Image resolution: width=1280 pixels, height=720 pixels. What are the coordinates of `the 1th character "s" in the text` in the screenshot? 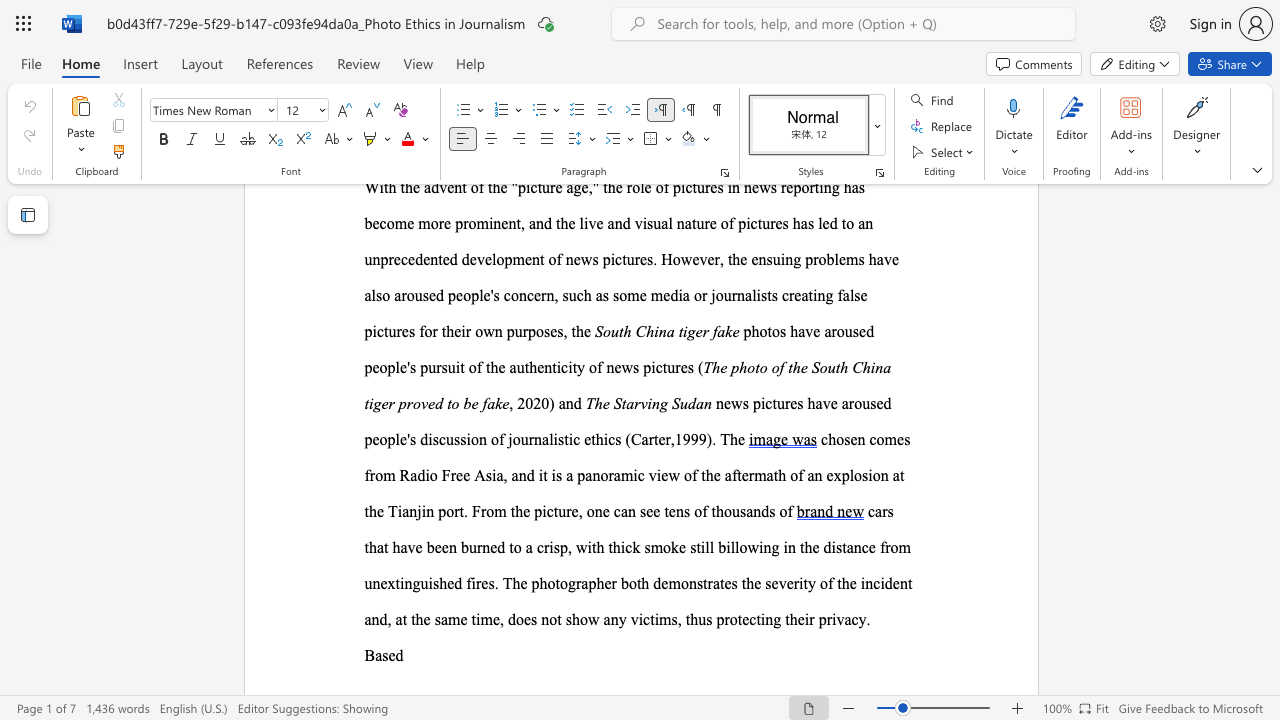 It's located at (700, 583).